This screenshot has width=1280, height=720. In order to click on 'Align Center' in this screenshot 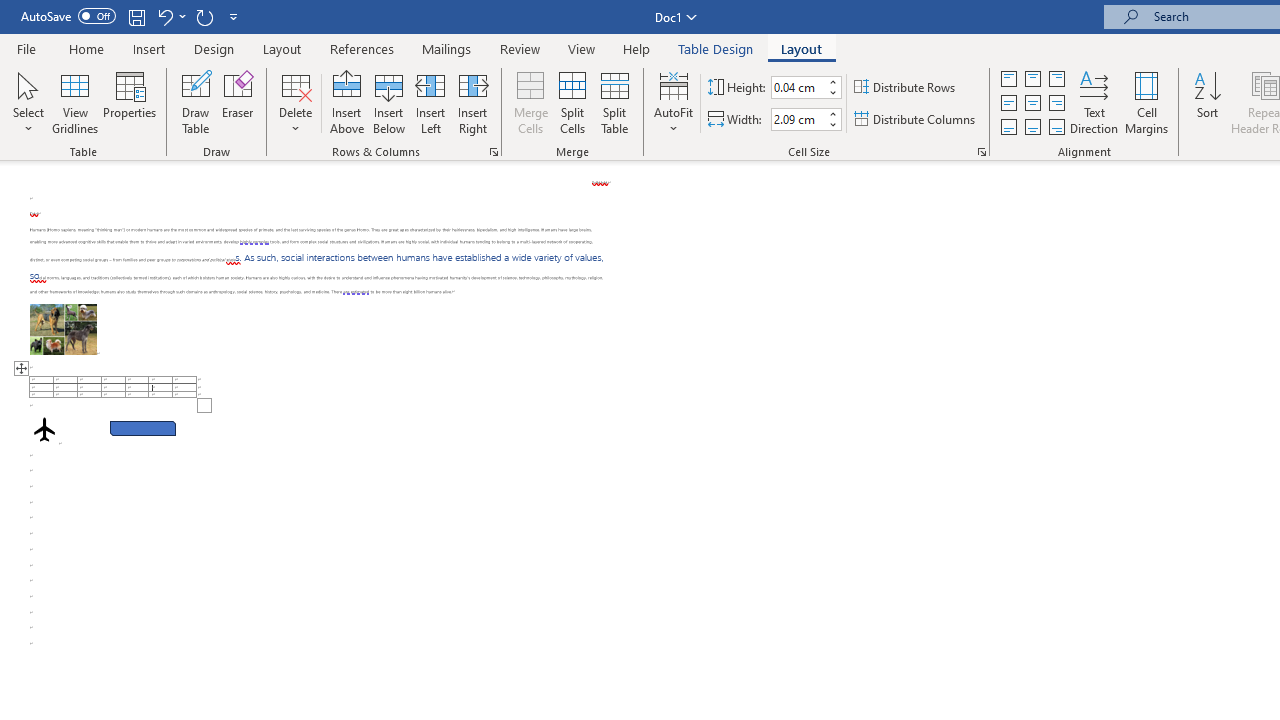, I will do `click(1032, 103)`.